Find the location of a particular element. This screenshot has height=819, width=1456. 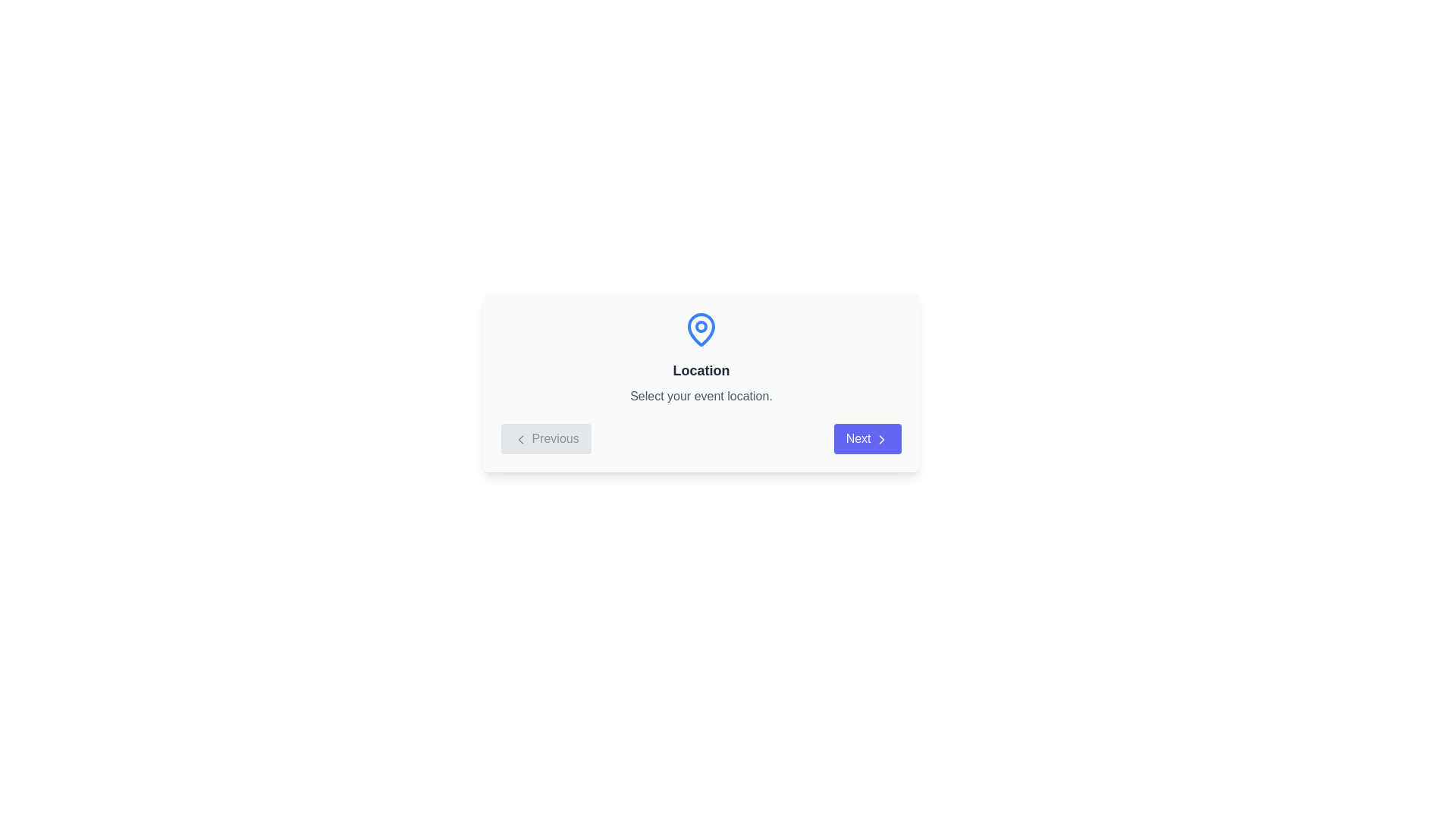

the icon representing the tab Setup is located at coordinates (739, 329).